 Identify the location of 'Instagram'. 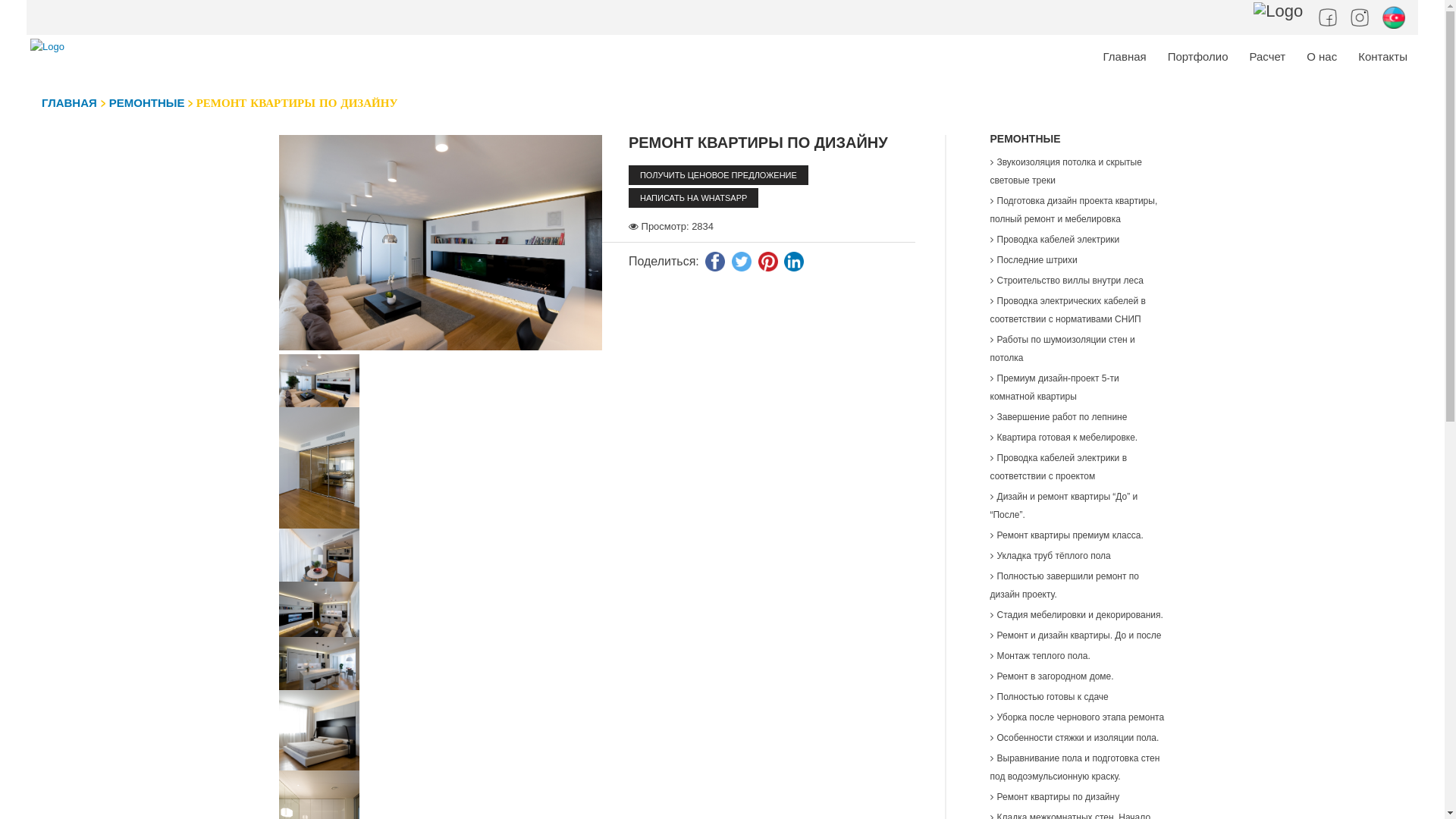
(1361, 14).